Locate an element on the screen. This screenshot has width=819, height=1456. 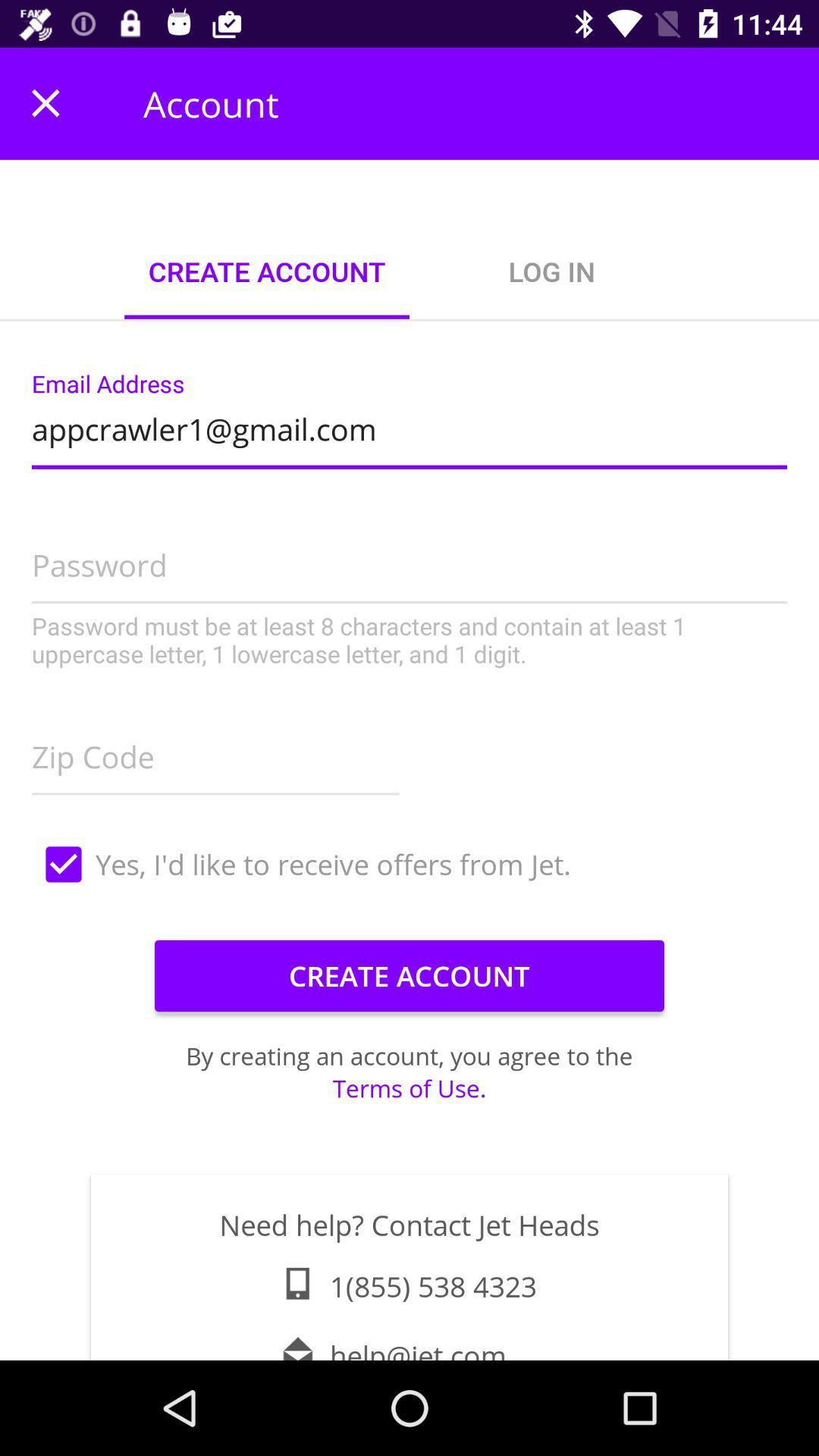
the terms of use. item is located at coordinates (409, 1087).